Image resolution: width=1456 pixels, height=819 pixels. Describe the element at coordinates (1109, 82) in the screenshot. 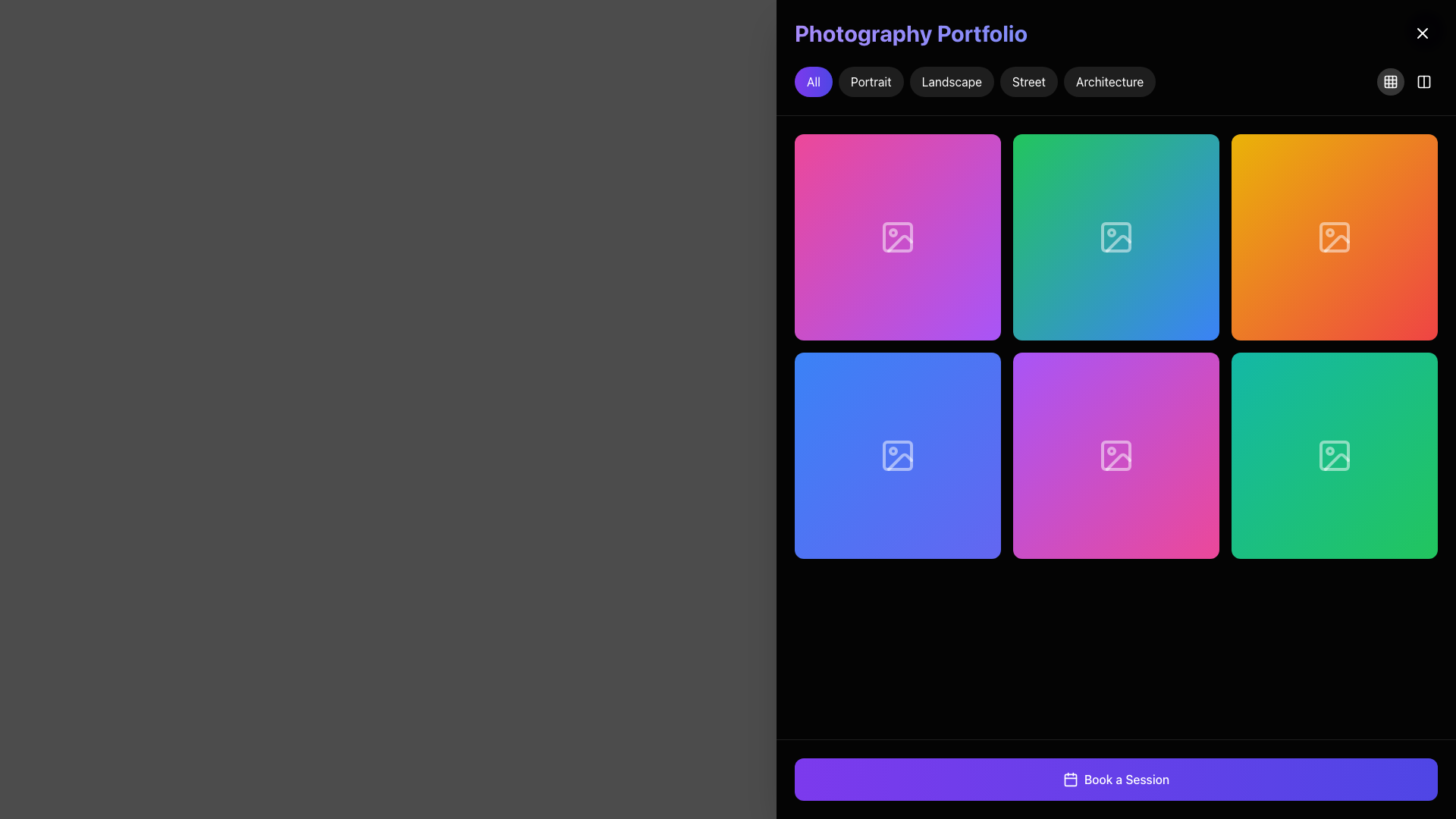

I see `the rightmost button in the row of category buttons` at that location.